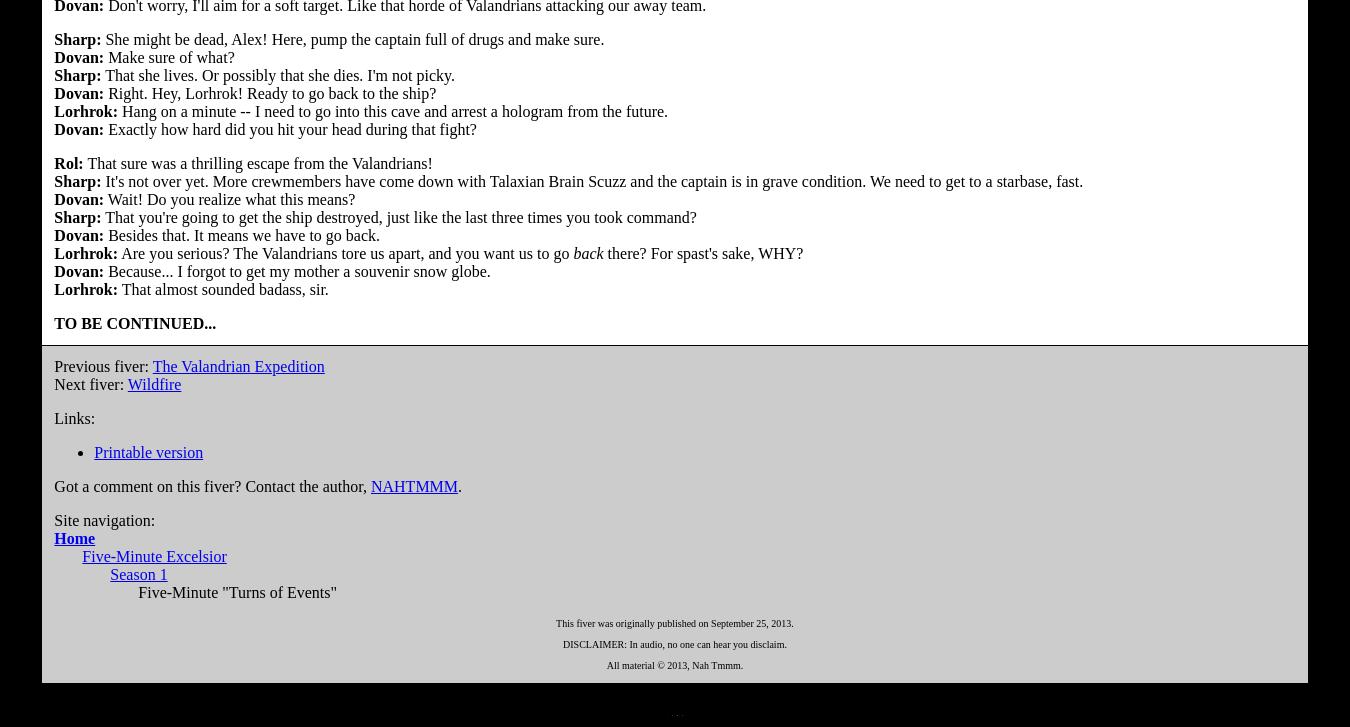  What do you see at coordinates (53, 322) in the screenshot?
I see `'TO BE CONTINUED...'` at bounding box center [53, 322].